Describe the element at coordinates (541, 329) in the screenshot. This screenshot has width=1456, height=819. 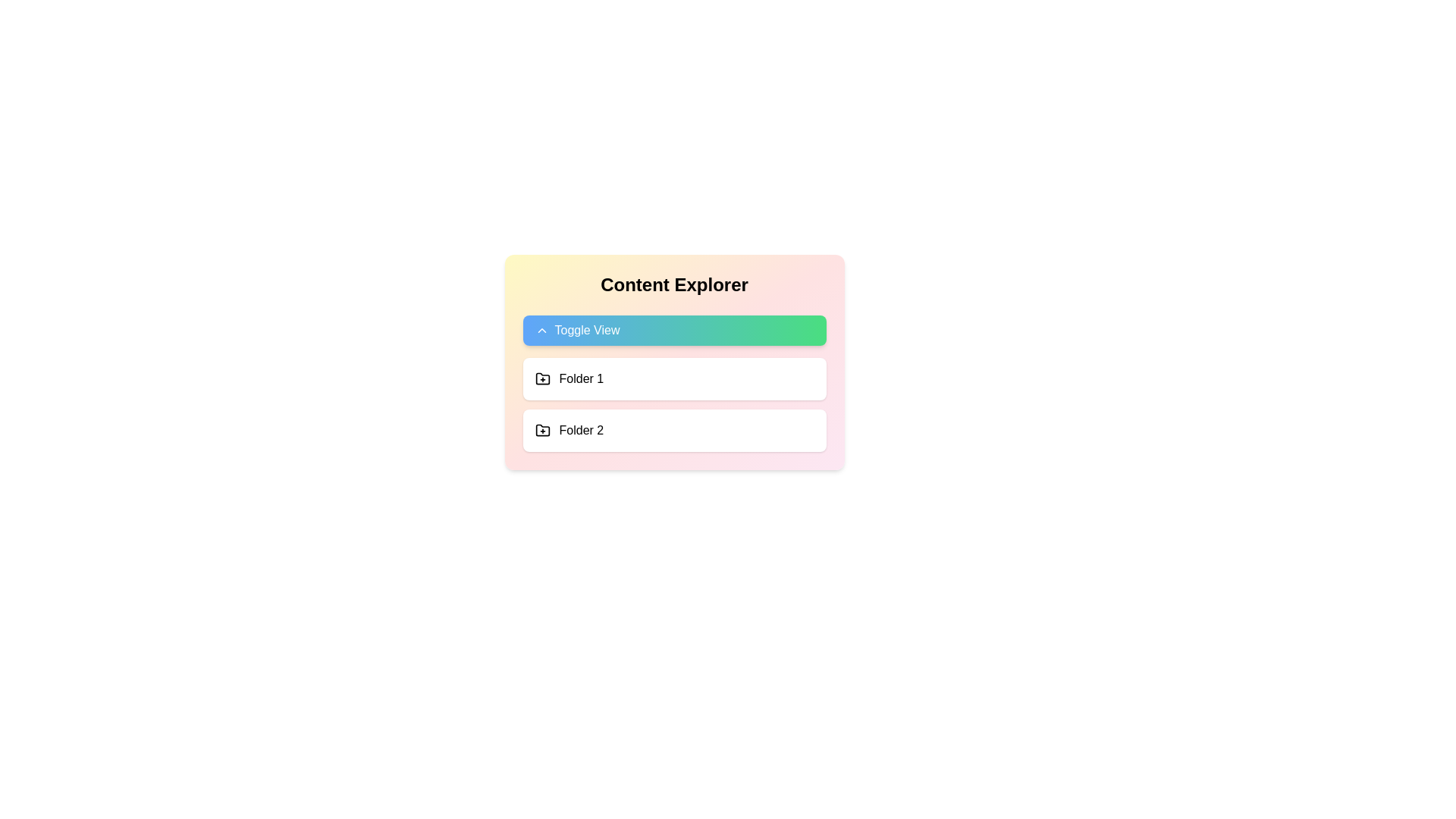
I see `the chevron-up icon located to the left of the 'Toggle View' label within its gradient background button in the 'Content Explorer' card` at that location.